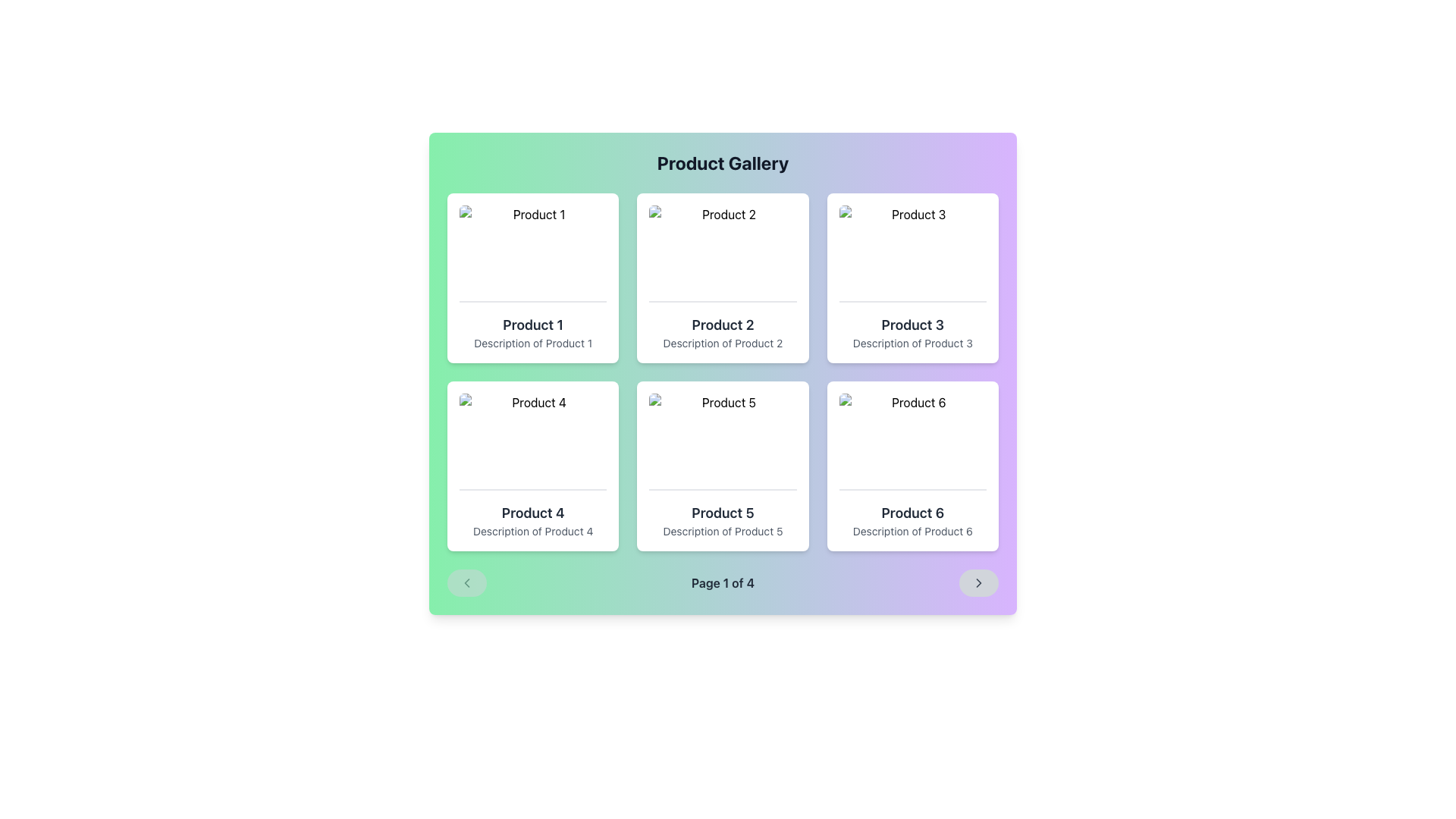 The height and width of the screenshot is (819, 1456). I want to click on the right-pointing chevron icon button located at the bottom-right corner of the interface to trigger potential hover effects, so click(979, 582).